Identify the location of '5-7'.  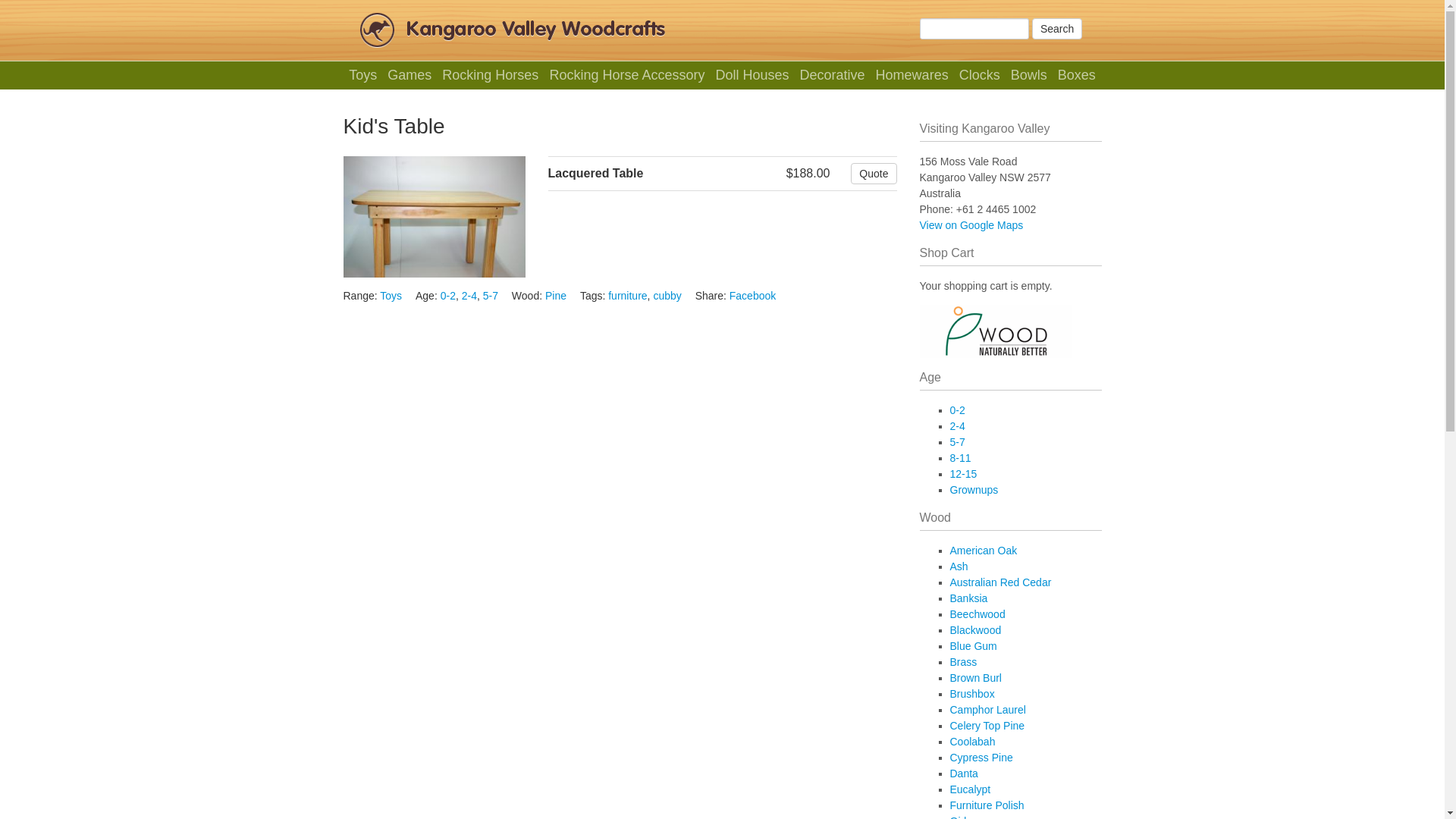
(491, 295).